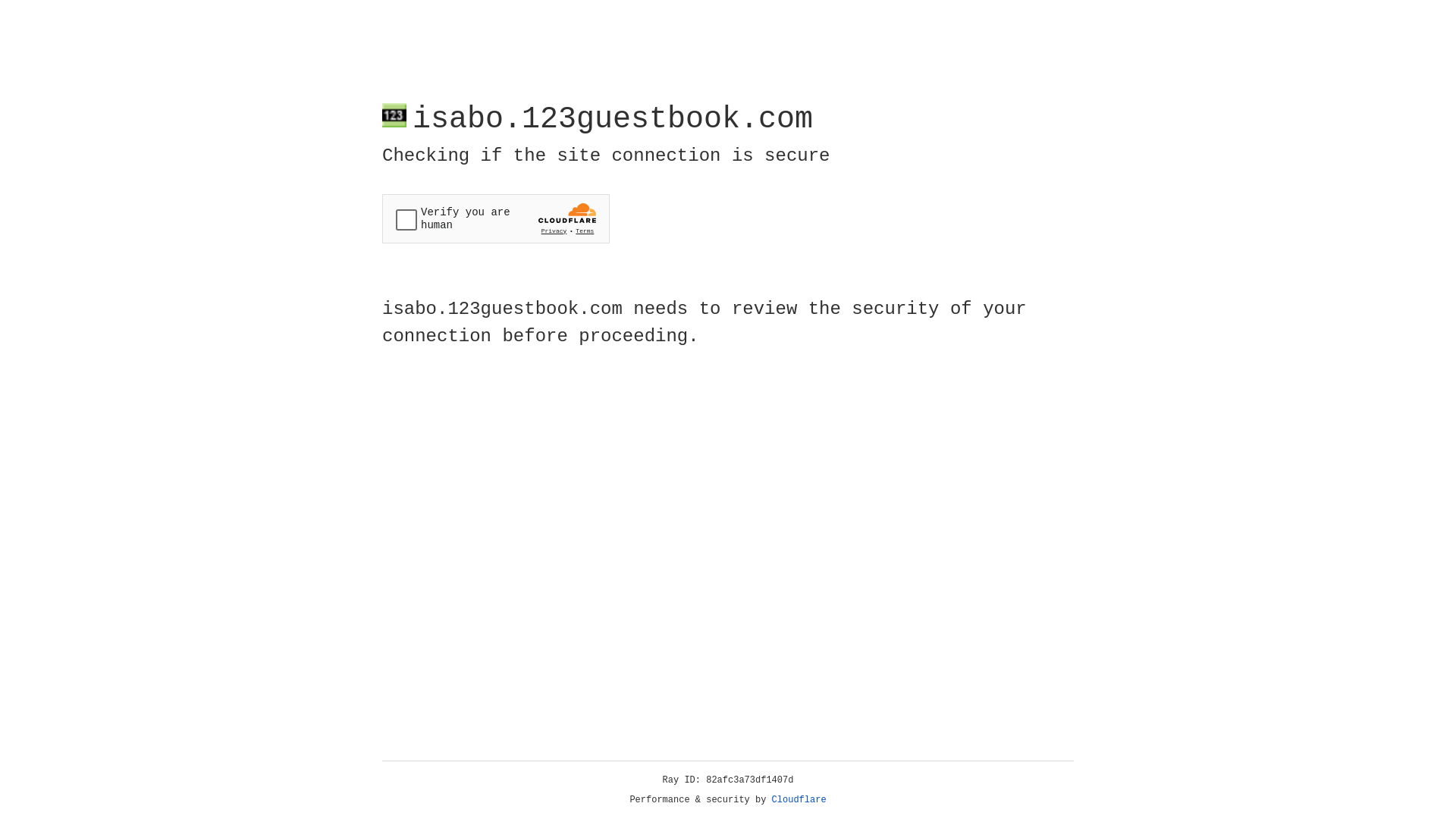 The width and height of the screenshot is (1456, 819). Describe the element at coordinates (771, 799) in the screenshot. I see `'Cloudflare'` at that location.